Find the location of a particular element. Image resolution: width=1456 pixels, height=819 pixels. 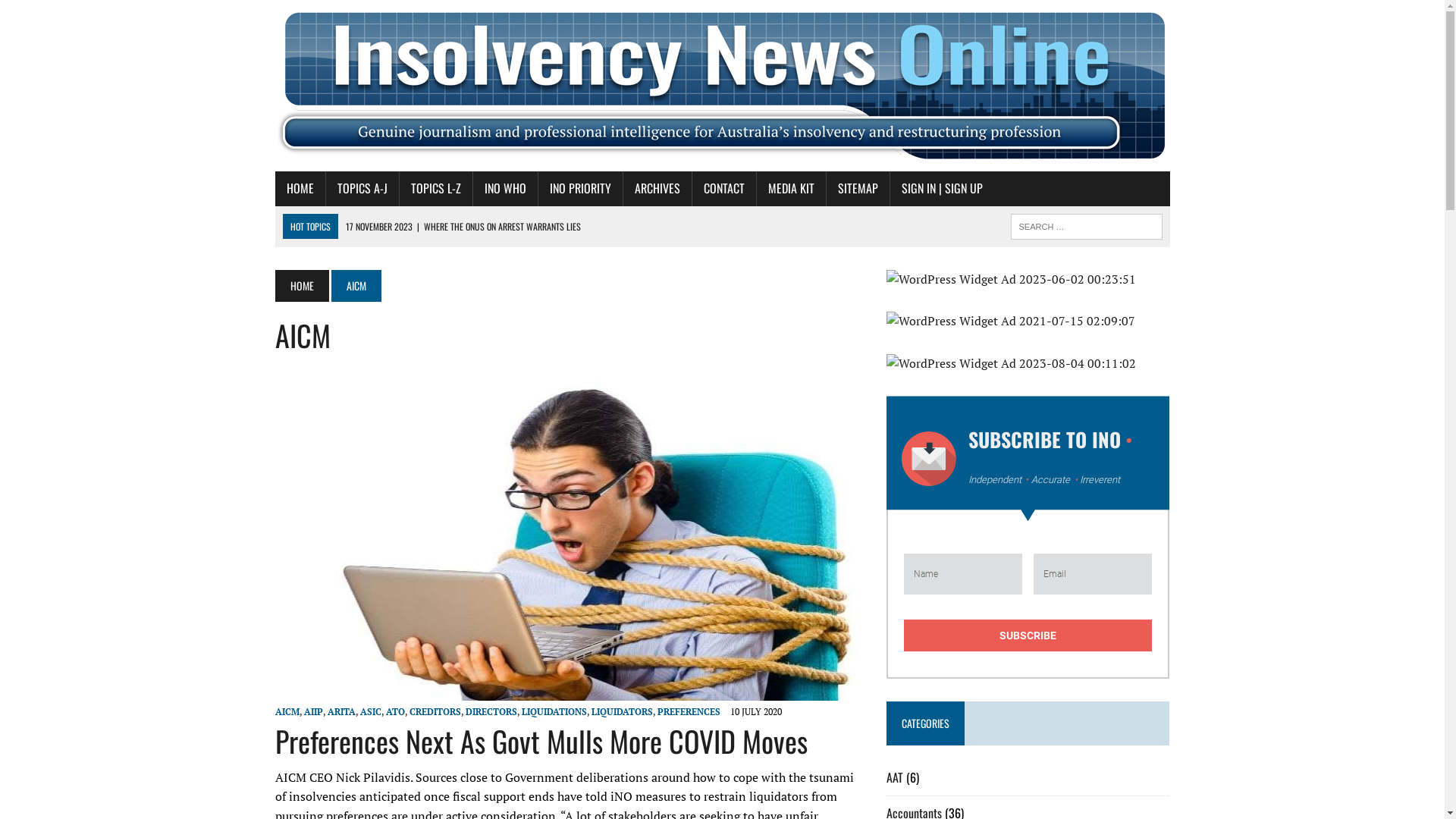

'AIIP' is located at coordinates (303, 711).